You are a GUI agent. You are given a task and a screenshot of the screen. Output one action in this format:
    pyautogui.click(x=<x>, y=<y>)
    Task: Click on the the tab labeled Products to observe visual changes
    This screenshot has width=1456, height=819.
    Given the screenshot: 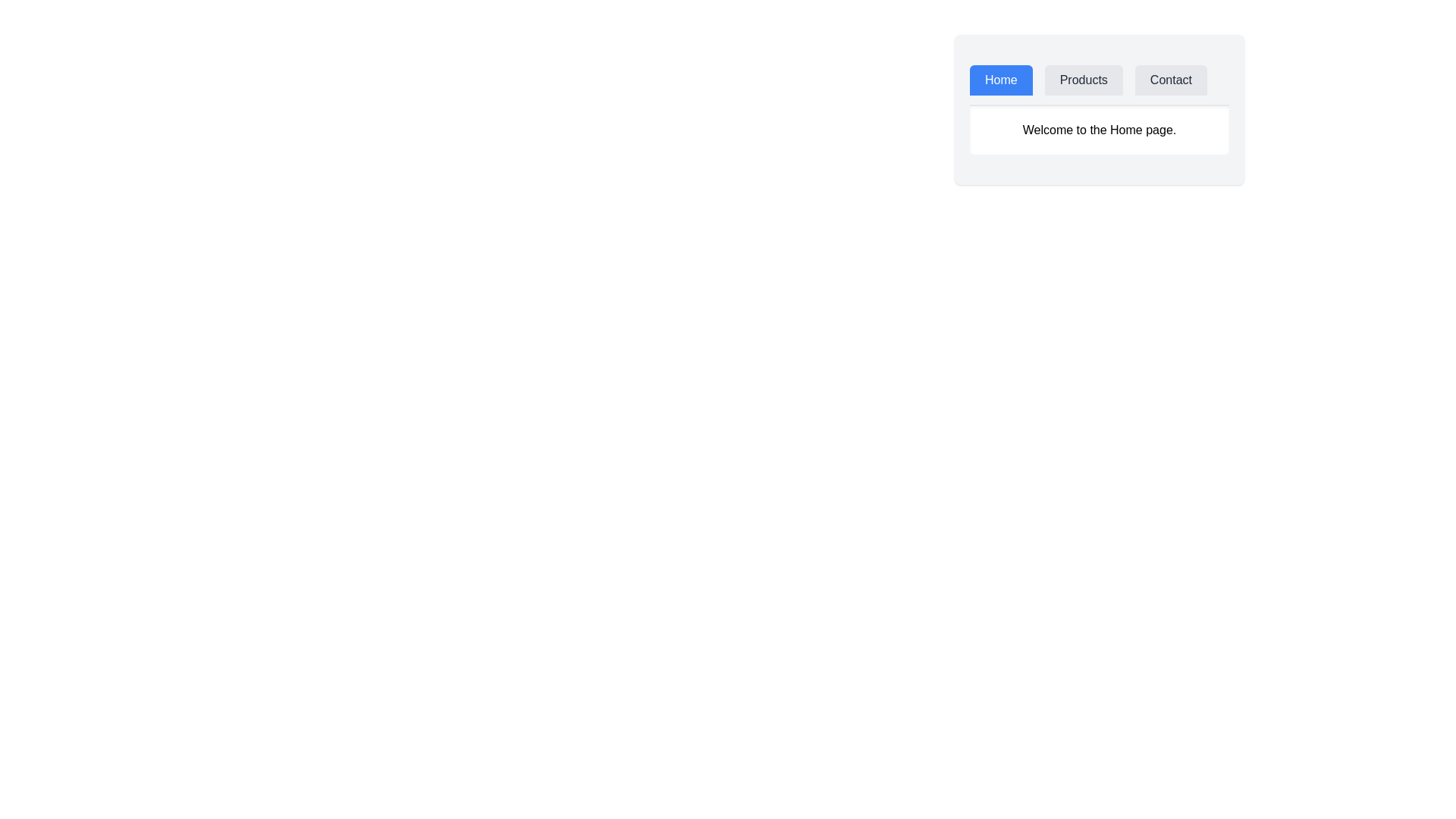 What is the action you would take?
    pyautogui.click(x=1083, y=80)
    